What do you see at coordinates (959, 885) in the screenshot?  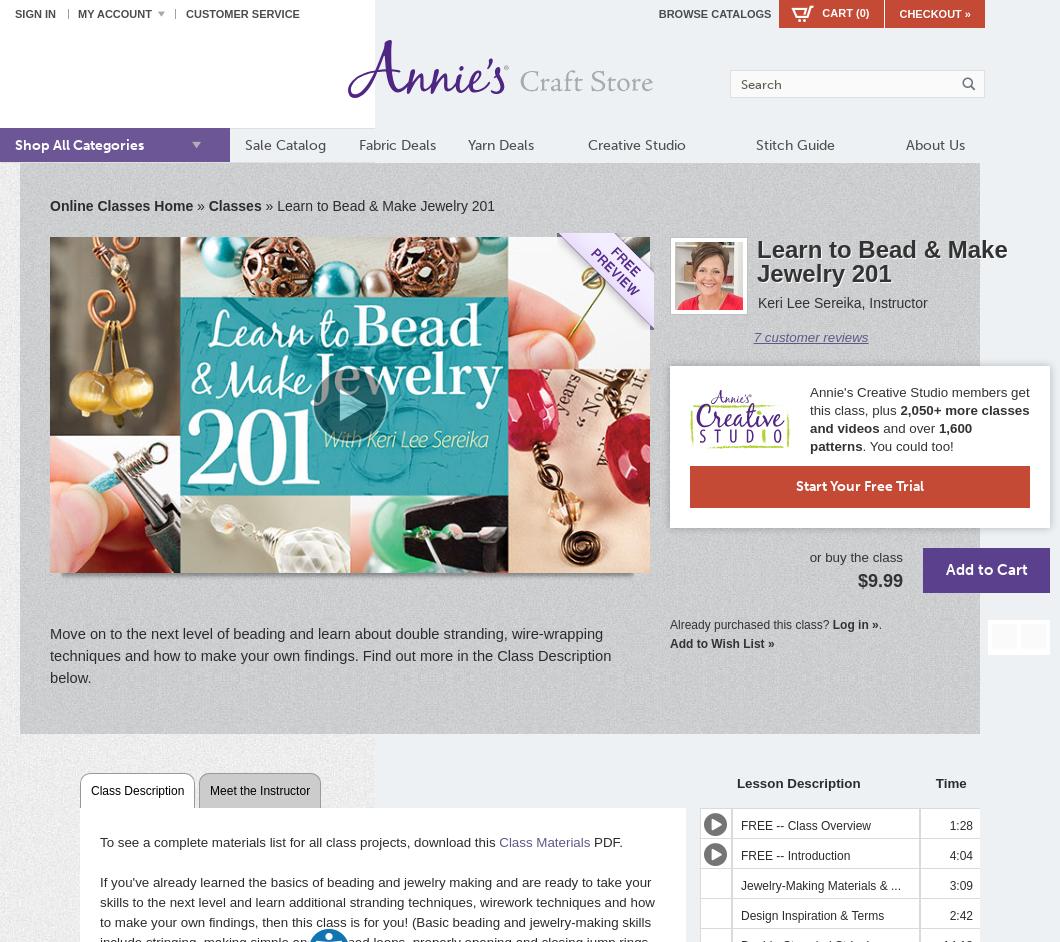 I see `'3:09'` at bounding box center [959, 885].